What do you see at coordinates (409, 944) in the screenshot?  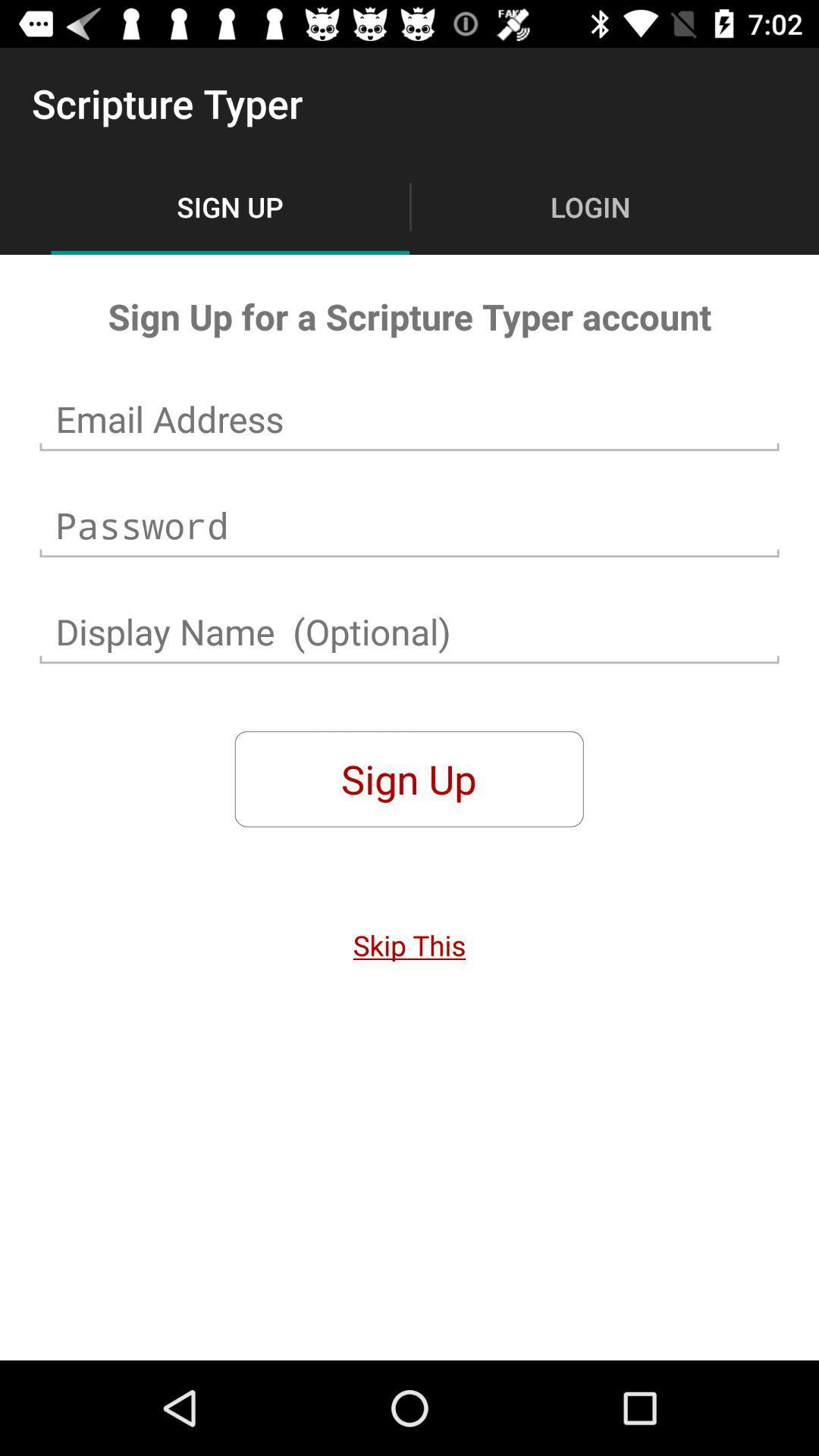 I see `the skip this` at bounding box center [409, 944].